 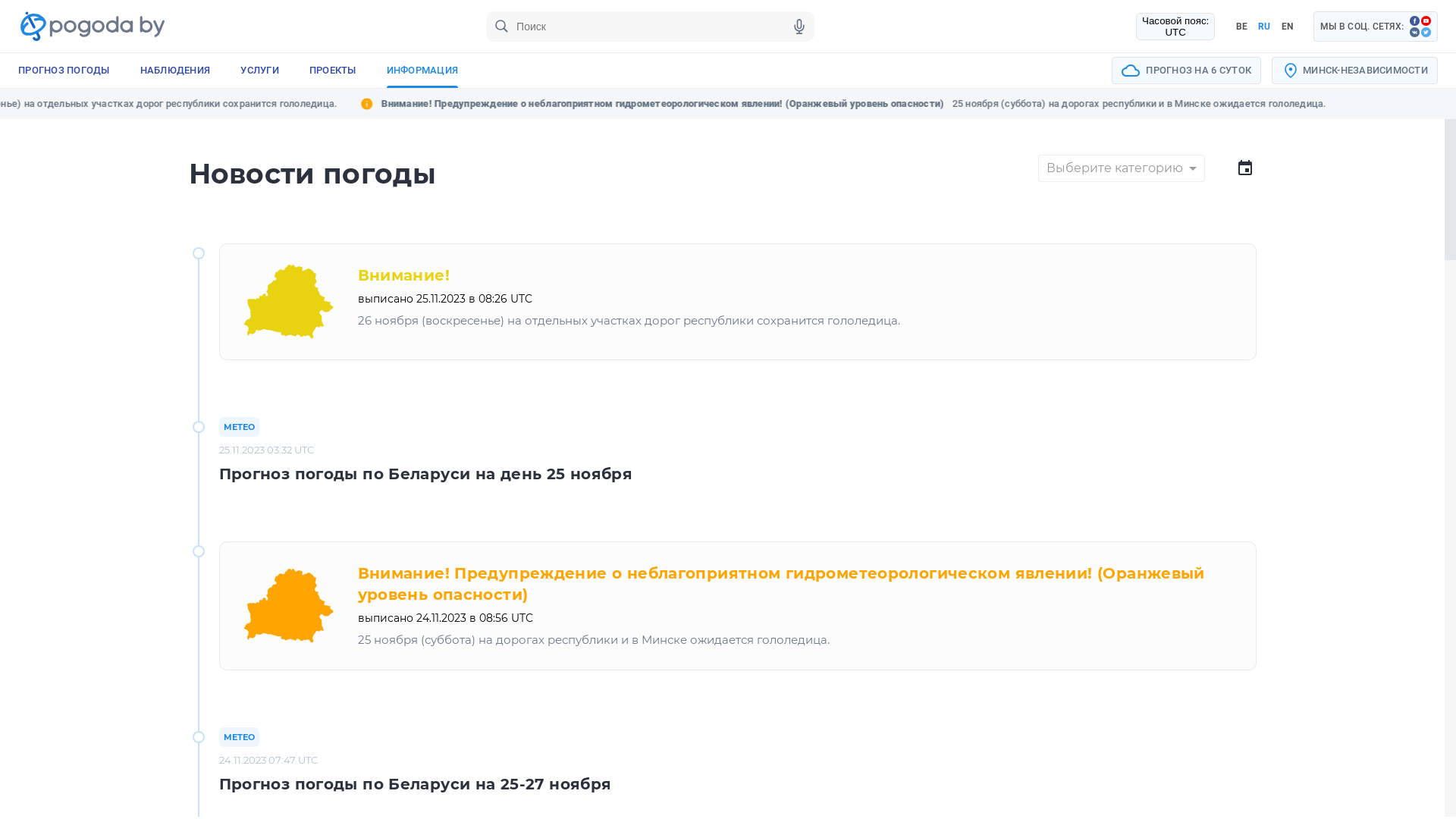 What do you see at coordinates (1230, 26) in the screenshot?
I see `'BE'` at bounding box center [1230, 26].